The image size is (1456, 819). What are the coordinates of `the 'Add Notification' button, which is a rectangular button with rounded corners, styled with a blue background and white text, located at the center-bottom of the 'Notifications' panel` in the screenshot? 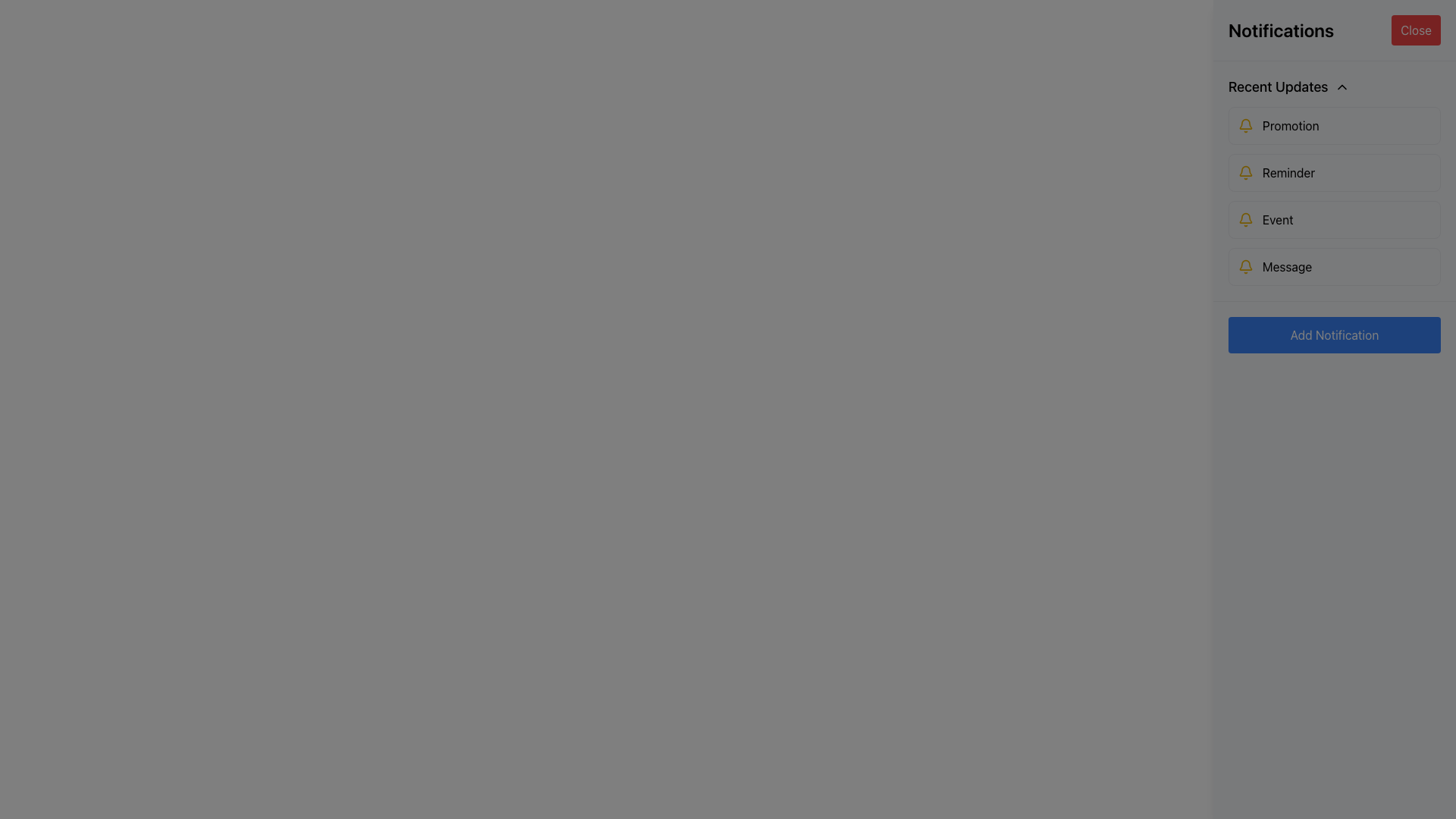 It's located at (1335, 334).